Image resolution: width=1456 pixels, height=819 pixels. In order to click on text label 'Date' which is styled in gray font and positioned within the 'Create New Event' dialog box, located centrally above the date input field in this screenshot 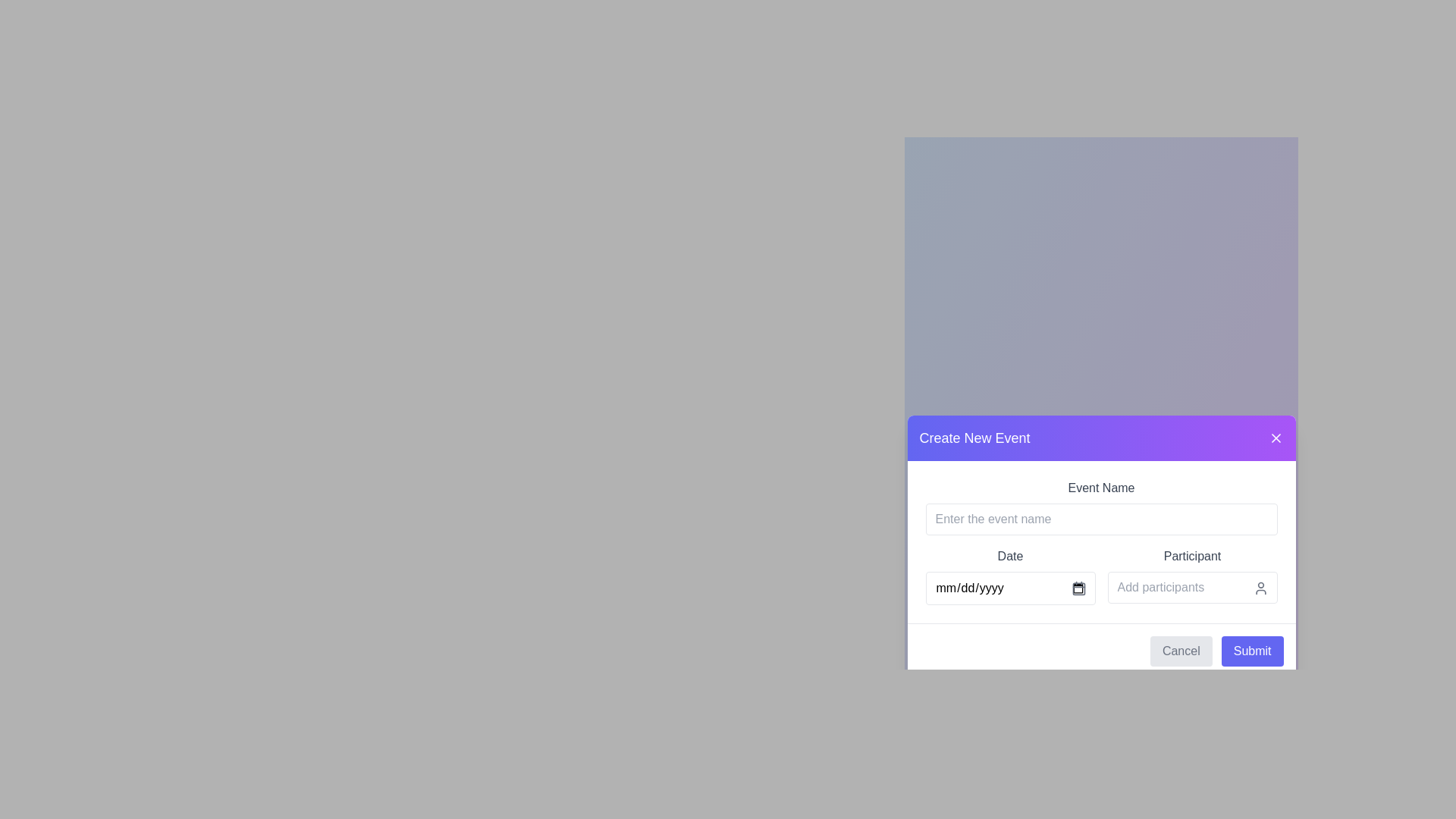, I will do `click(1010, 556)`.